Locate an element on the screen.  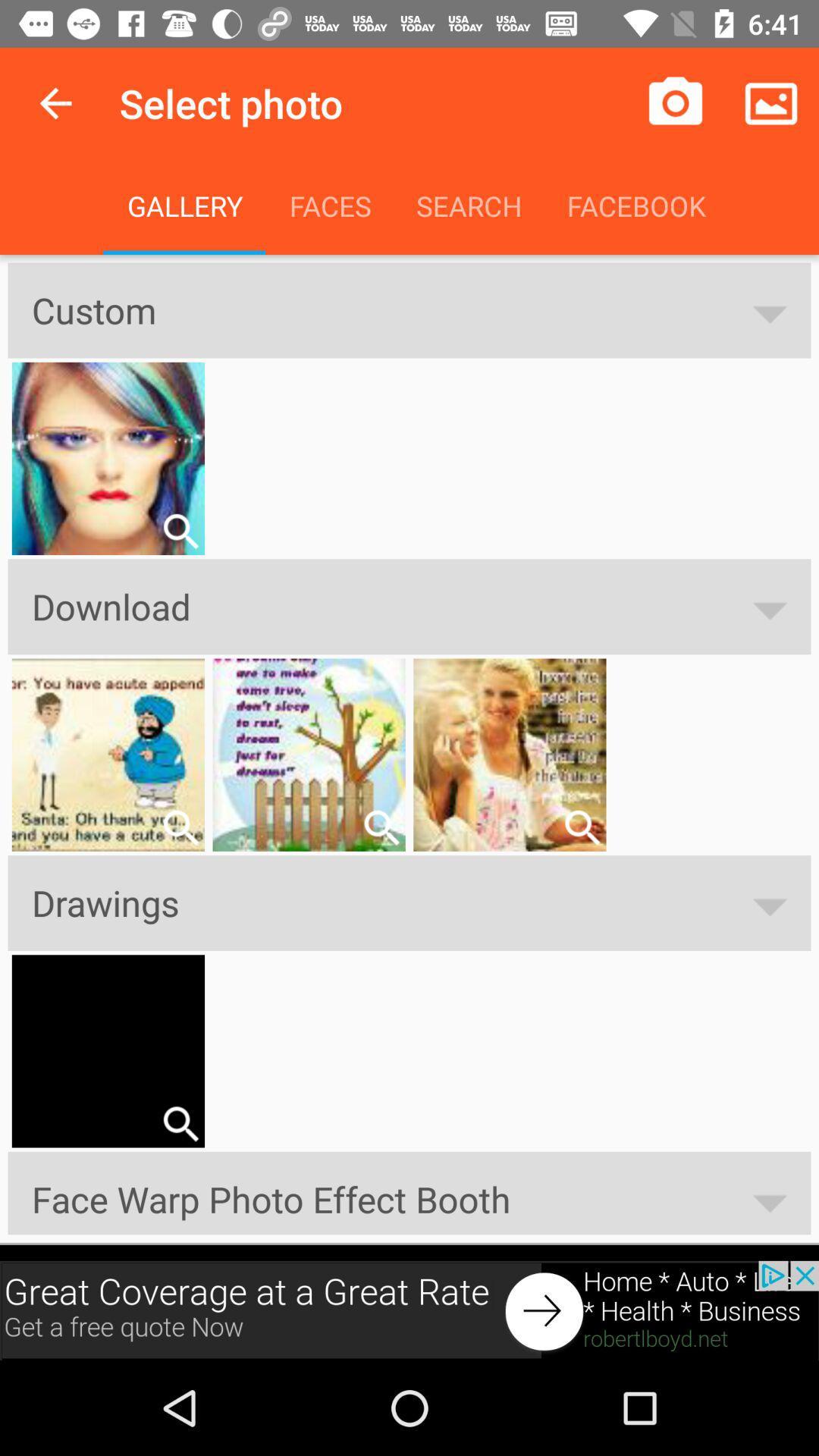
open the image is located at coordinates (180, 827).